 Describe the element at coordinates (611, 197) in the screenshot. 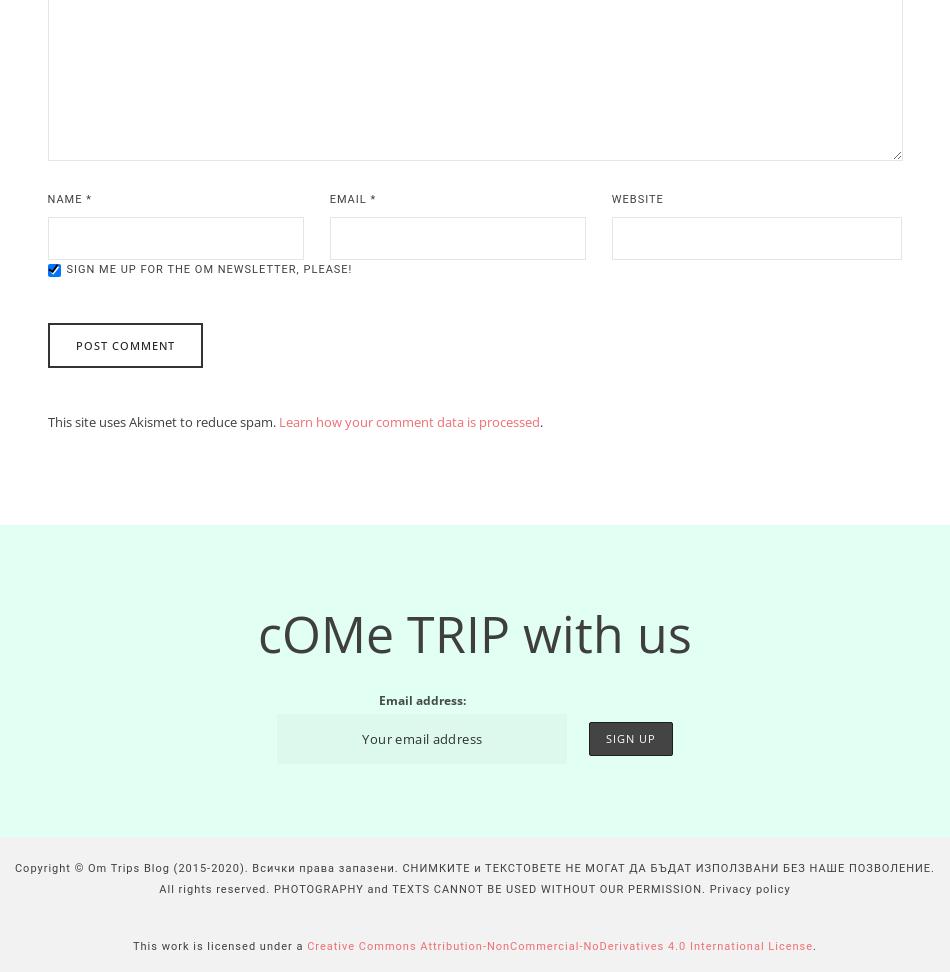

I see `'Website'` at that location.